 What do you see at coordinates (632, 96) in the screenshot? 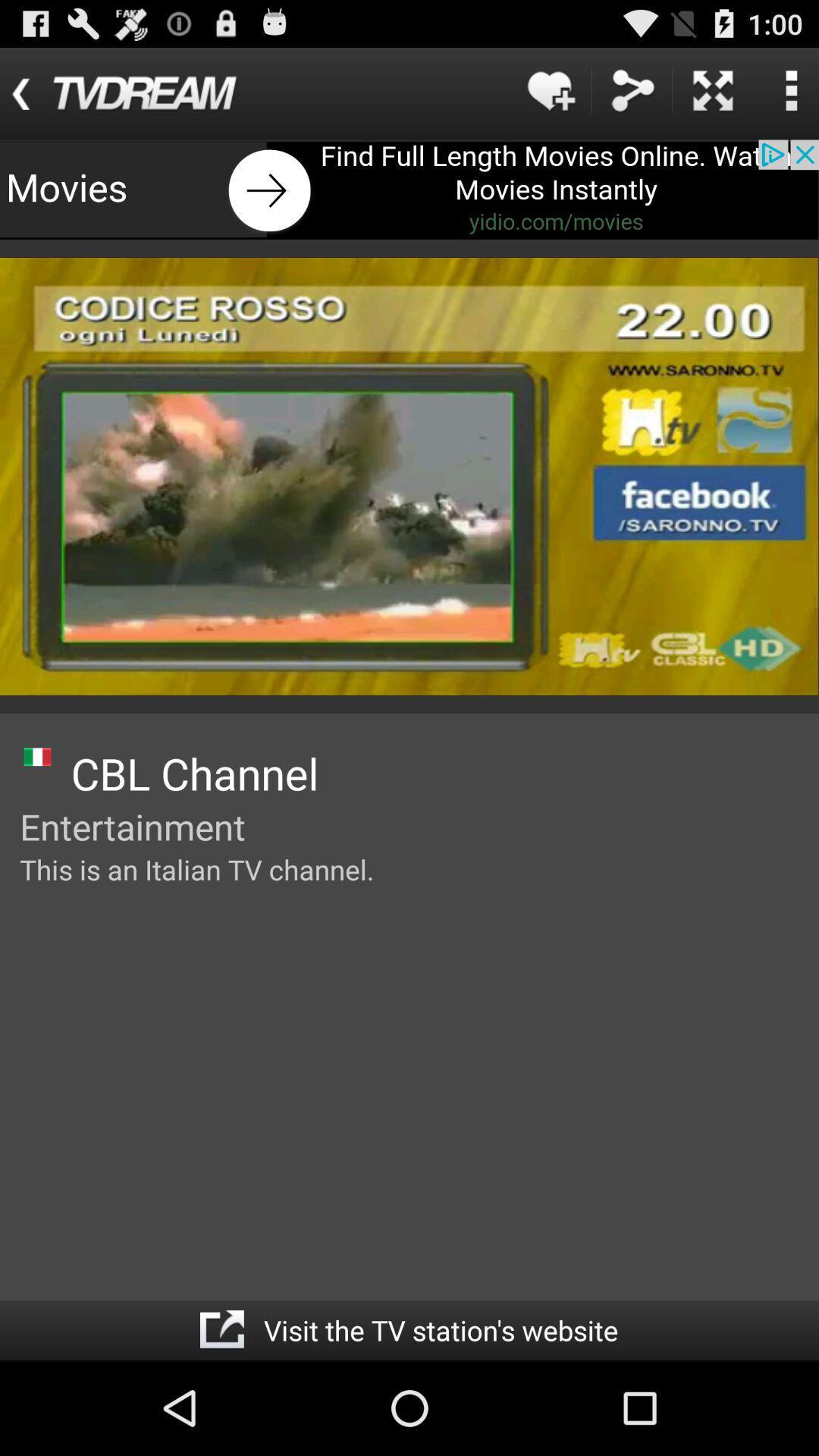
I see `the share icon` at bounding box center [632, 96].